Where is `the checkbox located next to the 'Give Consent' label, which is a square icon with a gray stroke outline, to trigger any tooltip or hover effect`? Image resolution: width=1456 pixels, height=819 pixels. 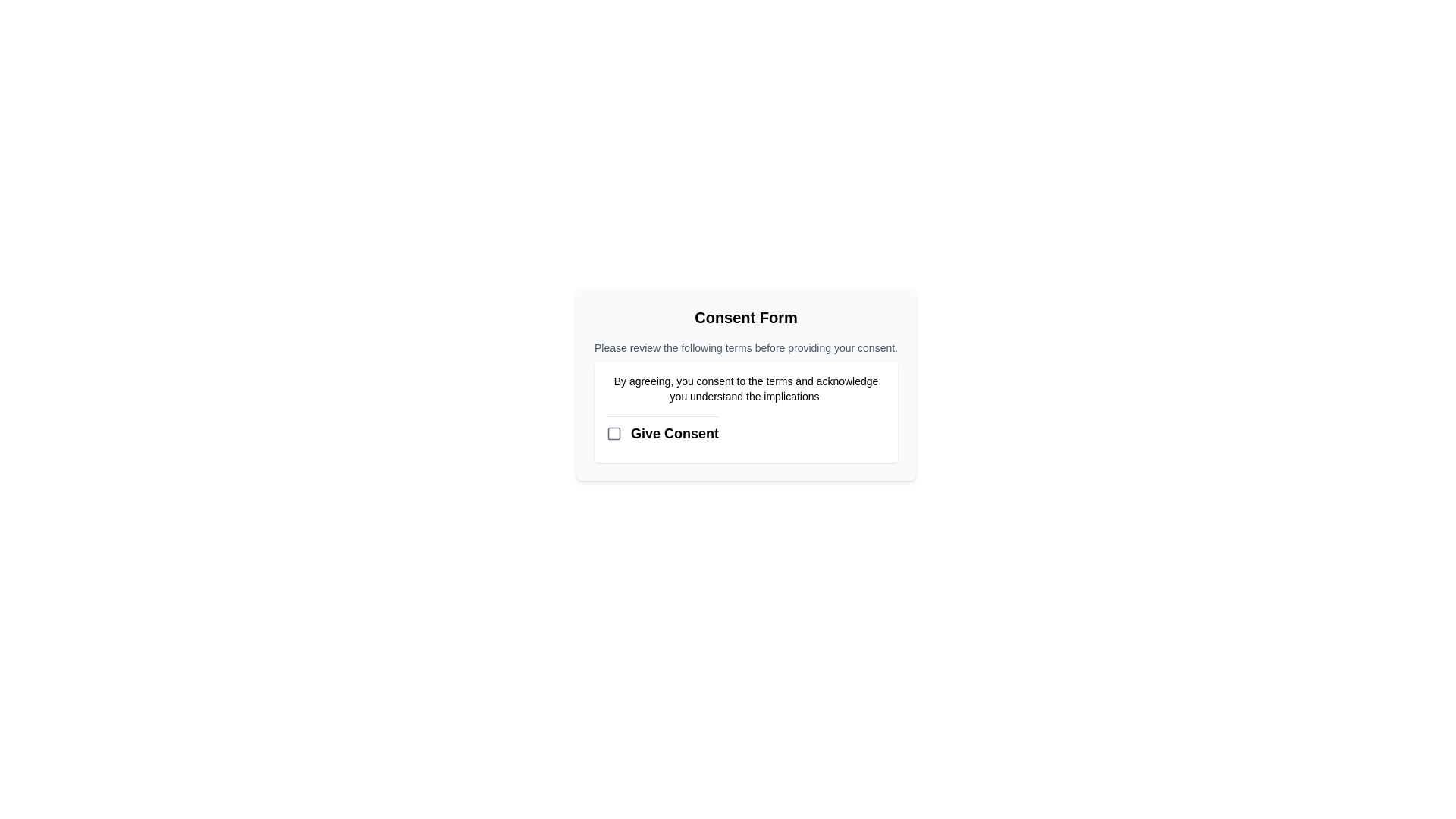
the checkbox located next to the 'Give Consent' label, which is a square icon with a gray stroke outline, to trigger any tooltip or hover effect is located at coordinates (614, 433).